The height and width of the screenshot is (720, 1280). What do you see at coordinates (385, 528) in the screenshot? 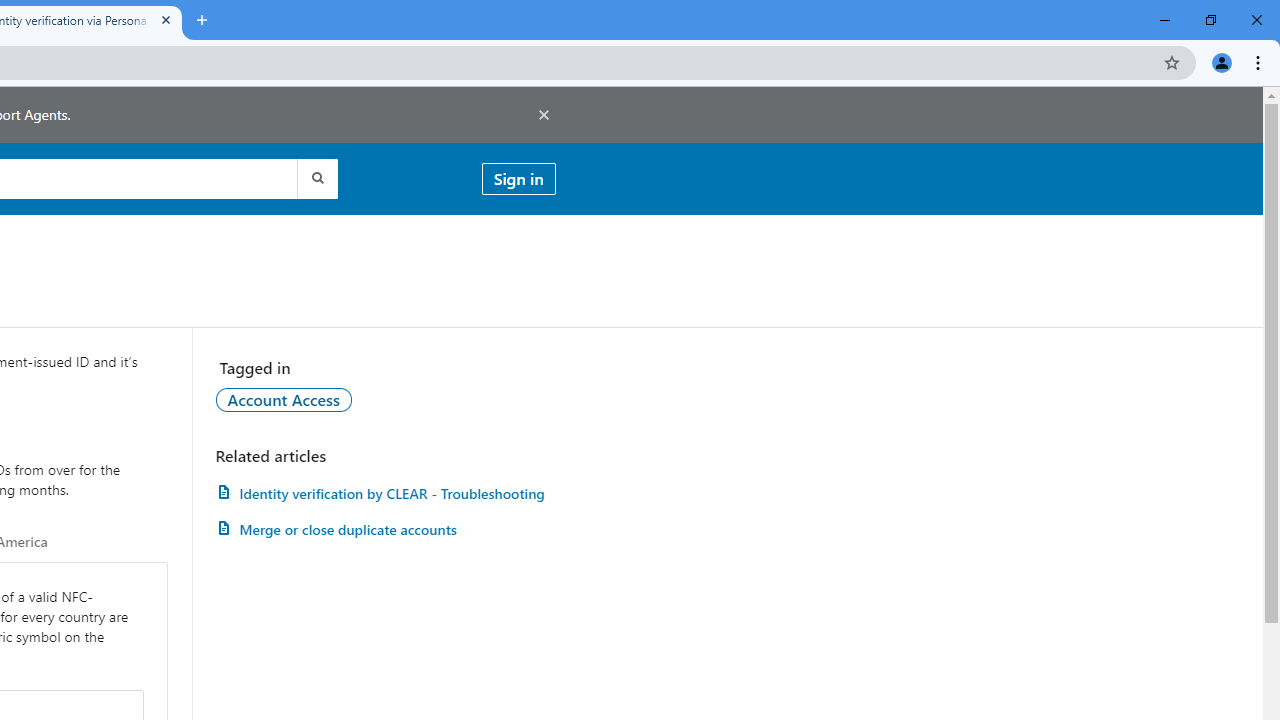
I see `'Merge or close duplicate accounts'` at bounding box center [385, 528].